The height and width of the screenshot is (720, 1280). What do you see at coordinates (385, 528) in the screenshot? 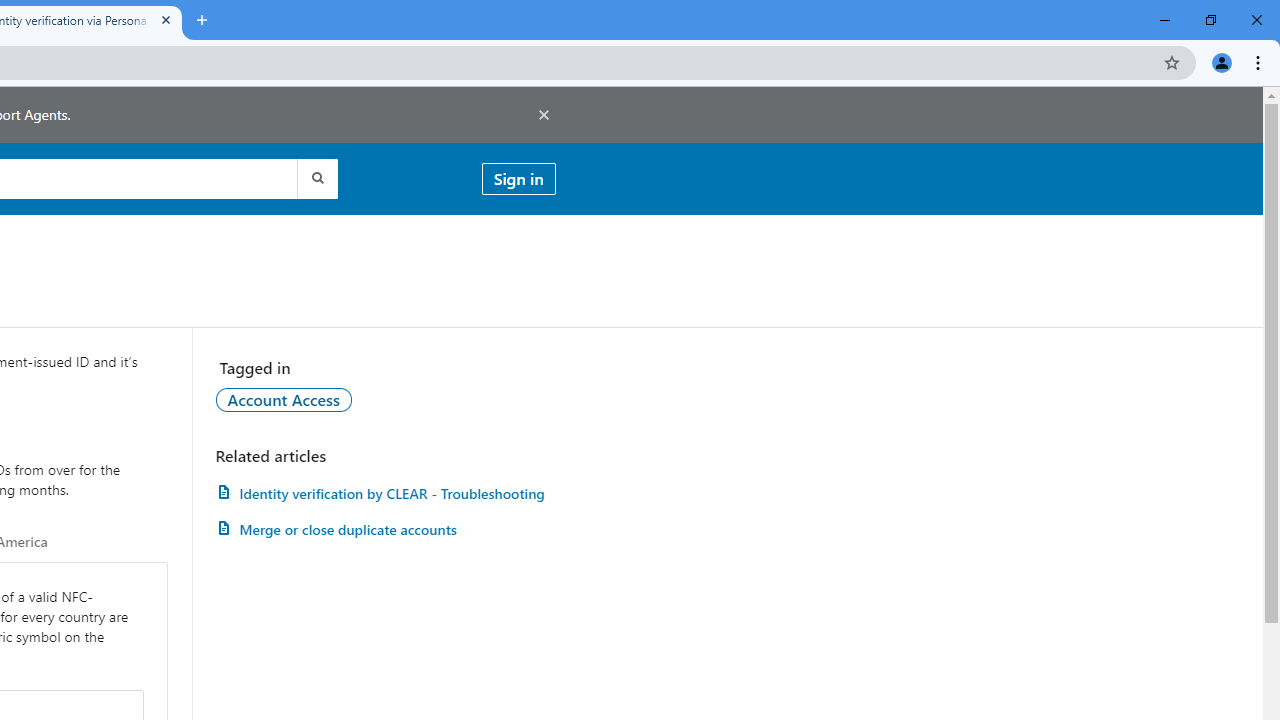
I see `'Merge or close duplicate accounts'` at bounding box center [385, 528].